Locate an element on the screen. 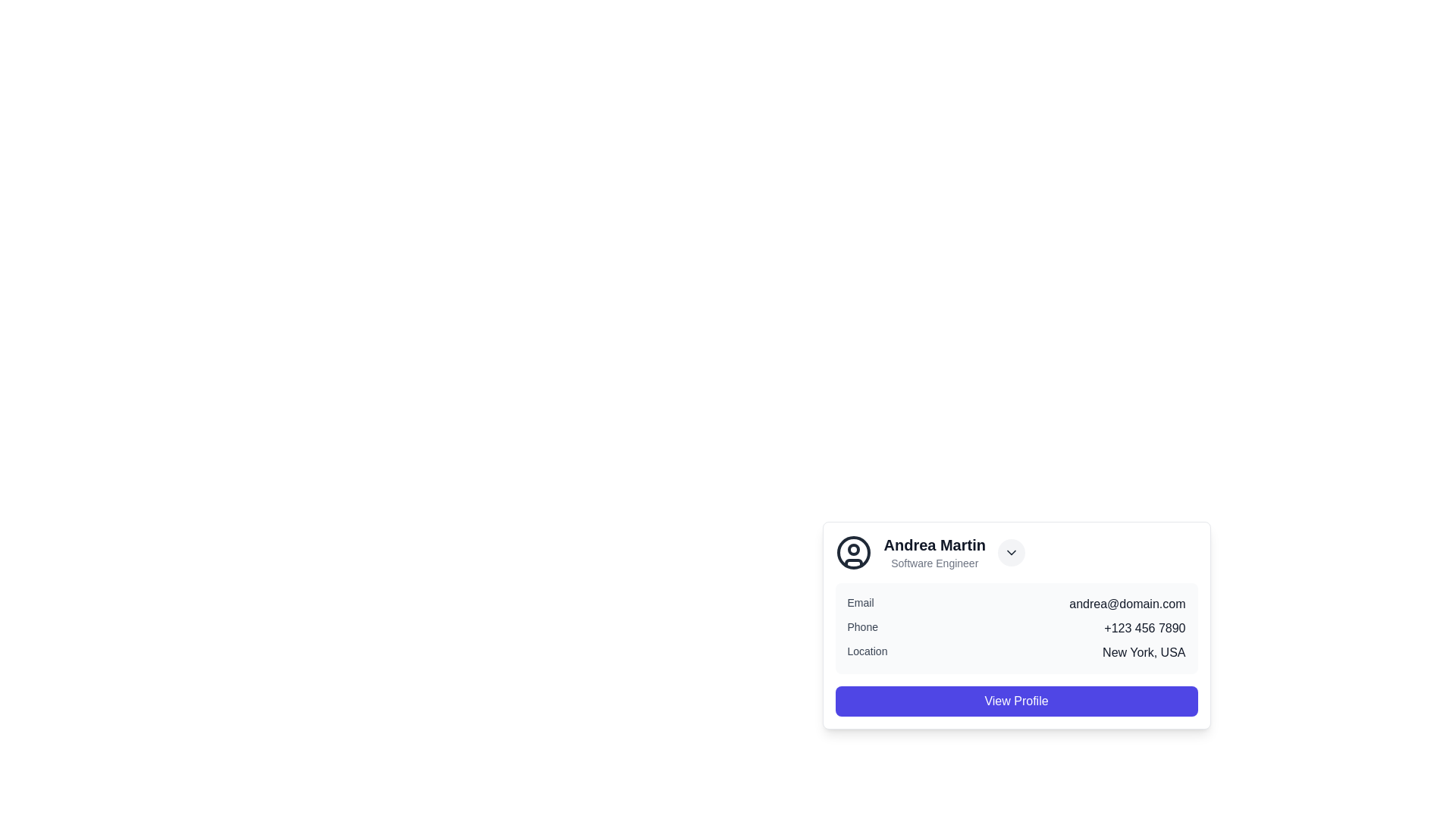  the static text displaying the user's email address located in the lower part of the user profile card, to the right of the 'Email' label is located at coordinates (1127, 604).